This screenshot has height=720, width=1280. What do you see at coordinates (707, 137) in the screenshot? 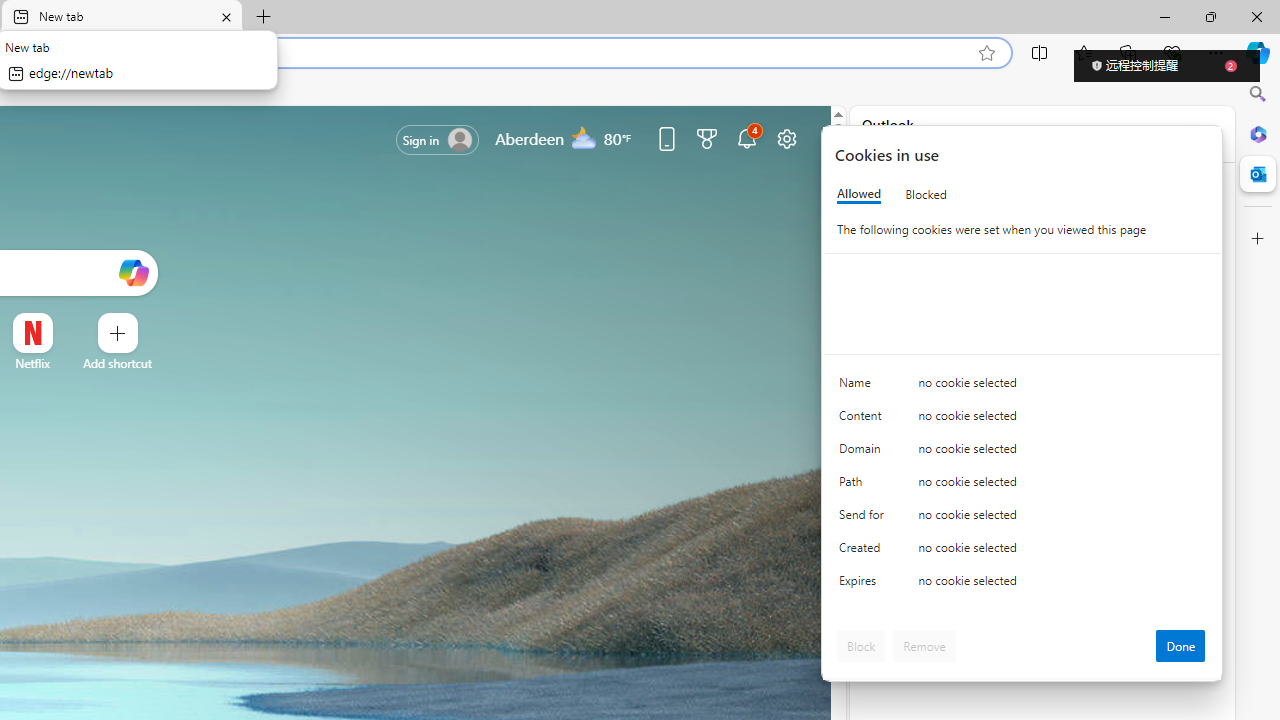
I see `'Microsoft rewards'` at bounding box center [707, 137].